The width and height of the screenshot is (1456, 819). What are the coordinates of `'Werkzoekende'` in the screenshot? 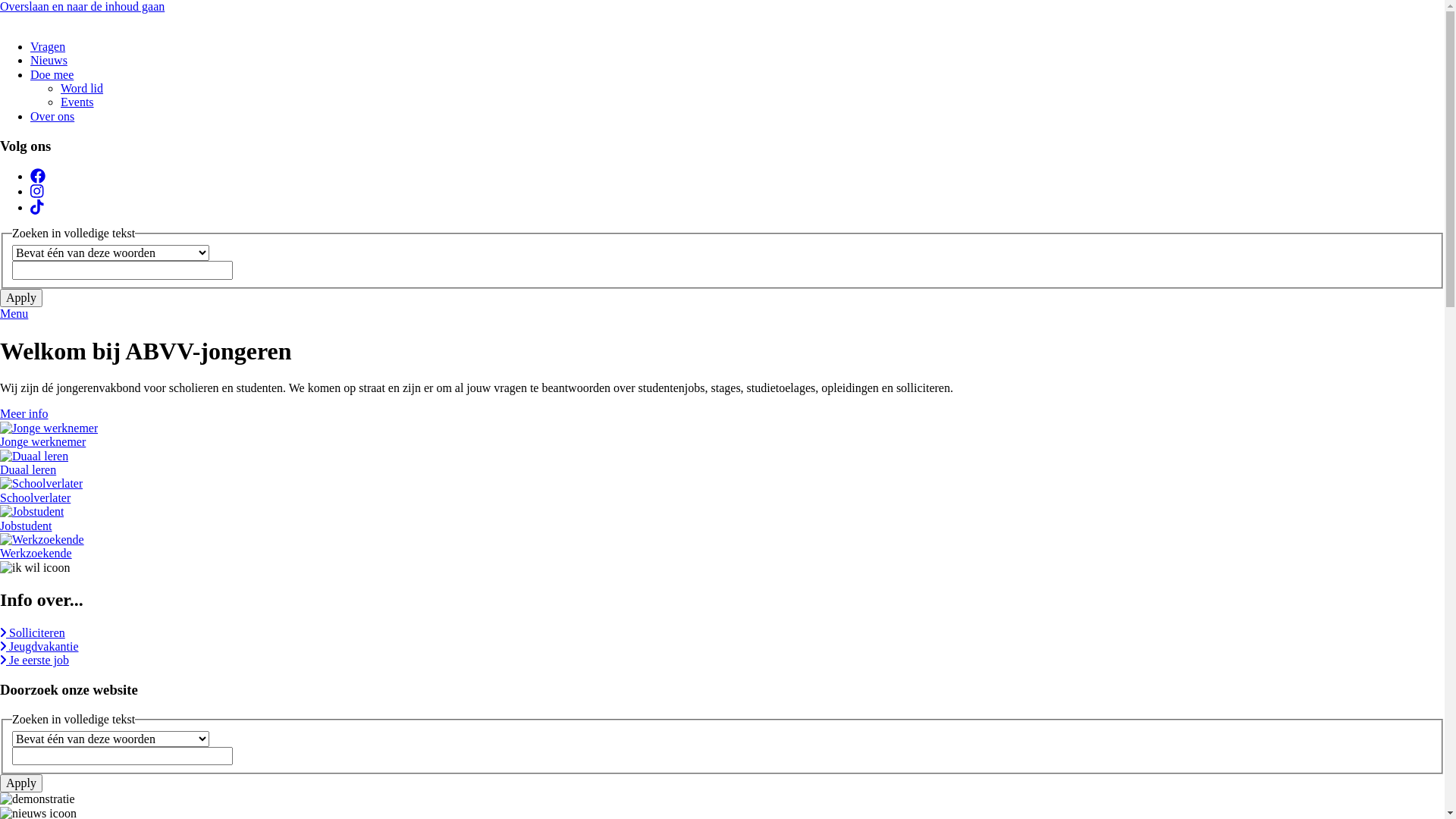 It's located at (0, 547).